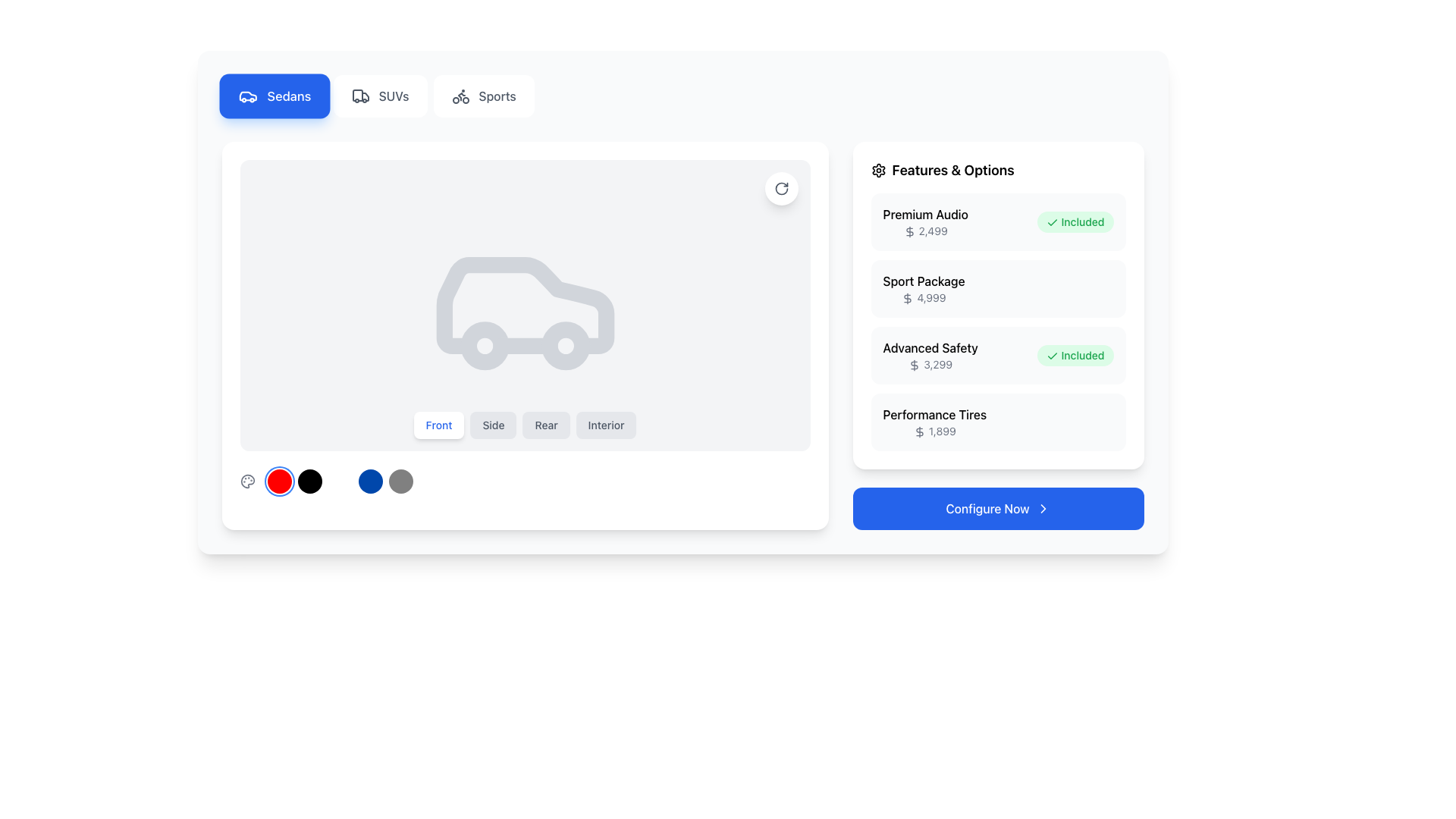 The image size is (1456, 819). What do you see at coordinates (934, 415) in the screenshot?
I see `the Text Label displaying 'Performance Tires', which is part of the 'Features & Options' section and is located in the fourth row above the price text '$1,899'` at bounding box center [934, 415].